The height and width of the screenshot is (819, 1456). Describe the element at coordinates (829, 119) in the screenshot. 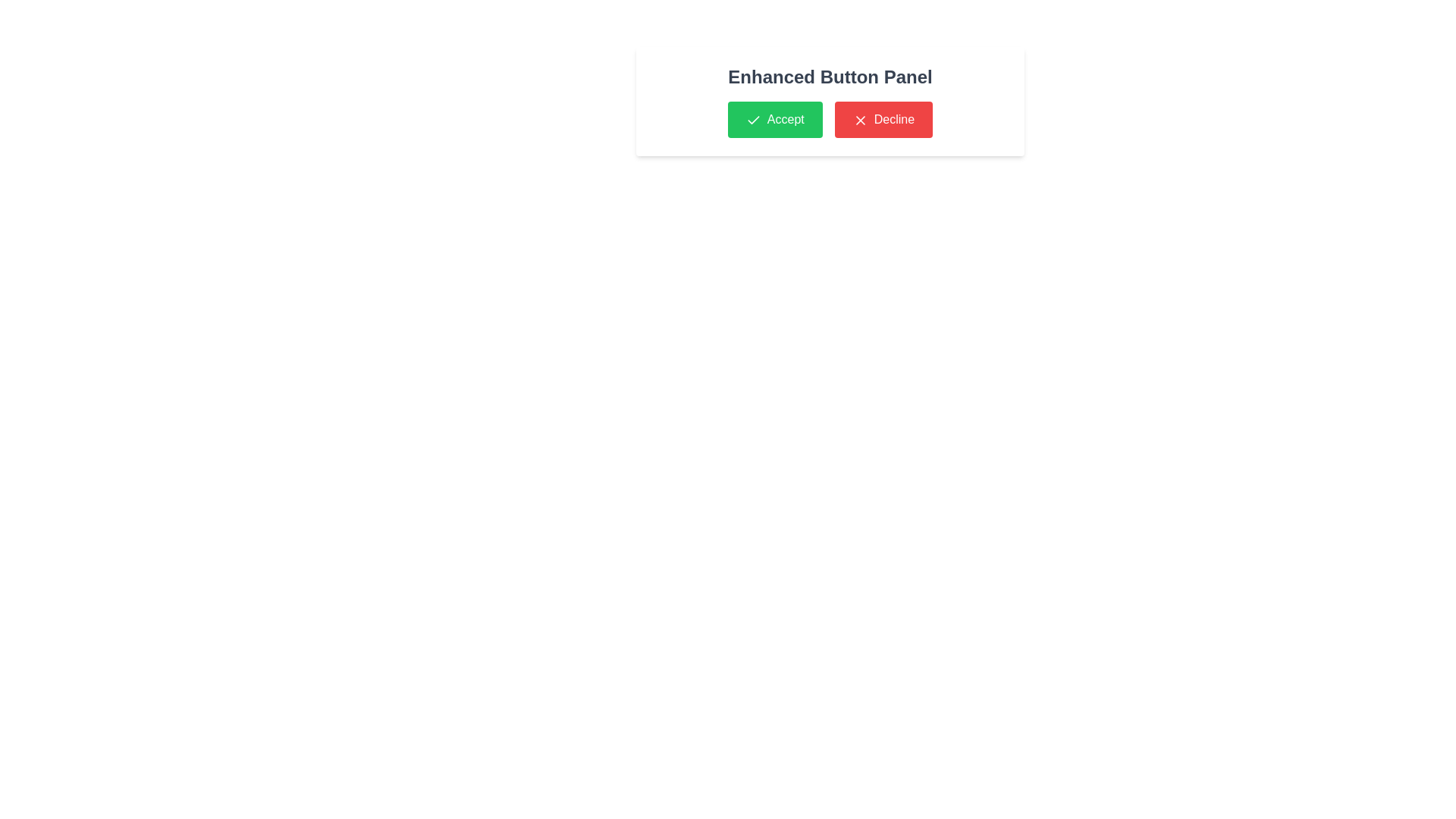

I see `the Button group containing two buttons below the 'Enhanced Button Panel' heading` at that location.